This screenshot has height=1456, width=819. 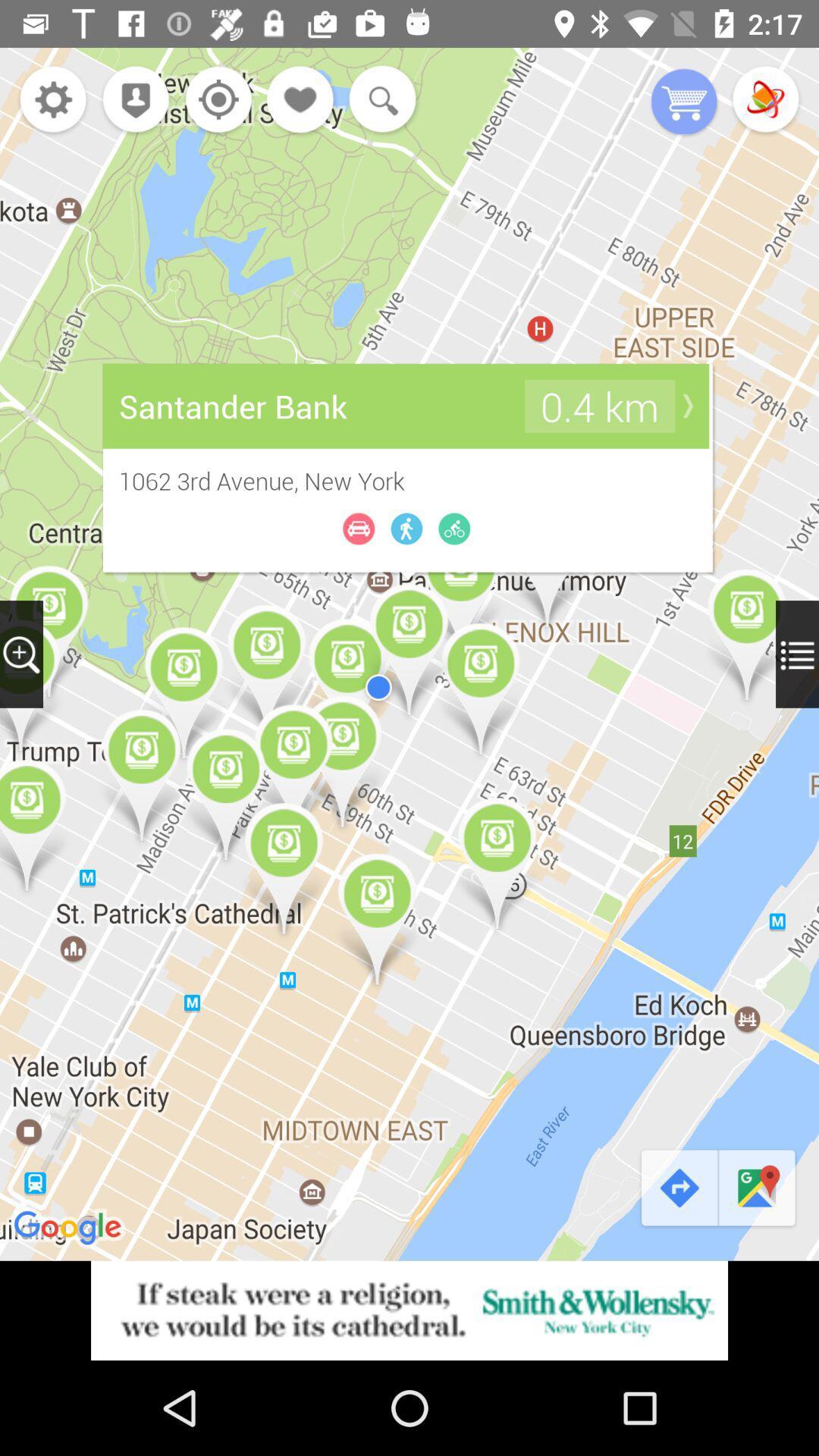 What do you see at coordinates (758, 1188) in the screenshot?
I see `the chat icon` at bounding box center [758, 1188].